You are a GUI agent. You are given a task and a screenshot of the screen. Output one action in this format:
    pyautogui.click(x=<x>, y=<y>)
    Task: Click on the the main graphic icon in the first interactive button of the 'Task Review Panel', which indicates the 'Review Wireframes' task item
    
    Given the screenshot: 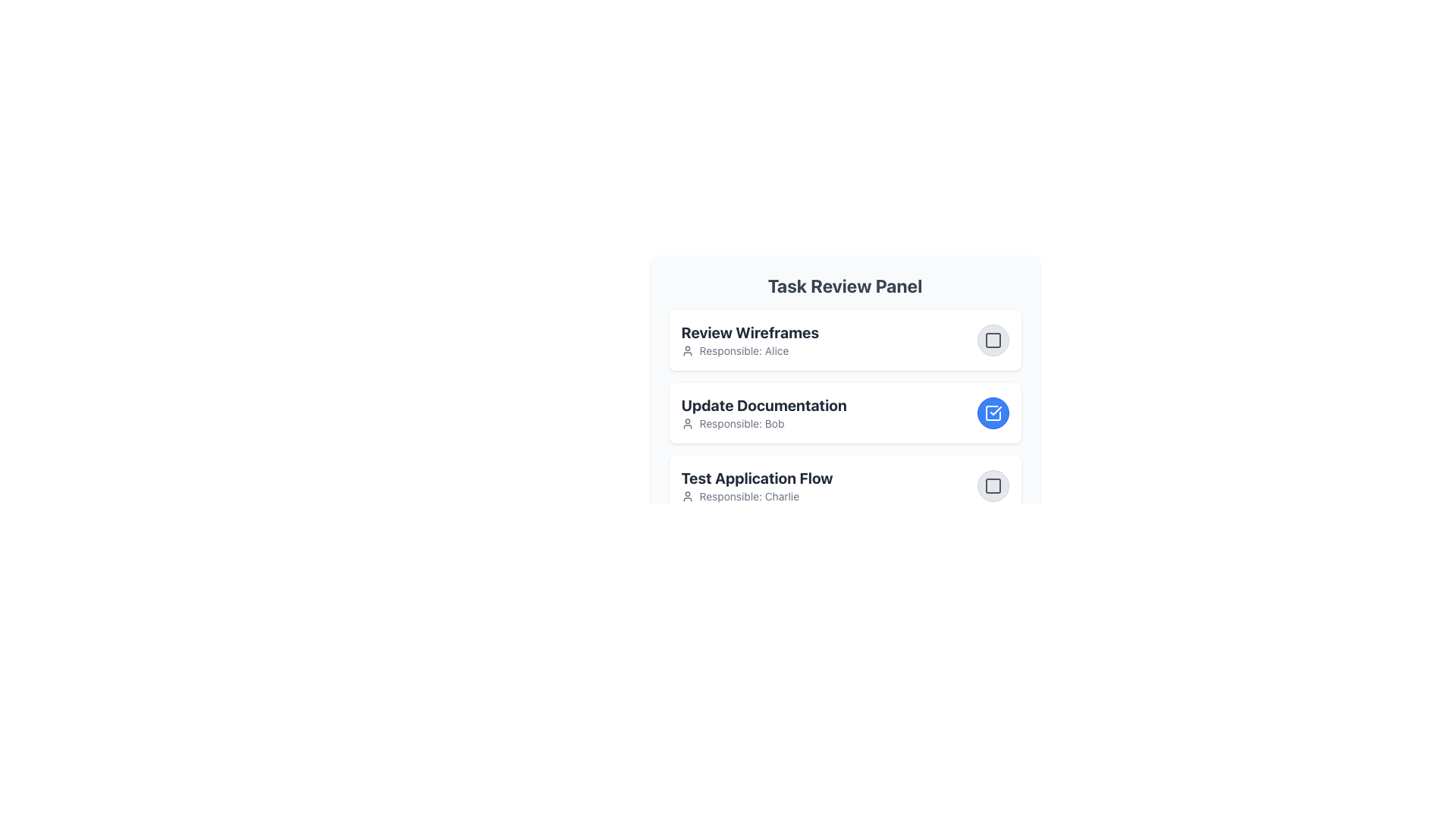 What is the action you would take?
    pyautogui.click(x=993, y=339)
    